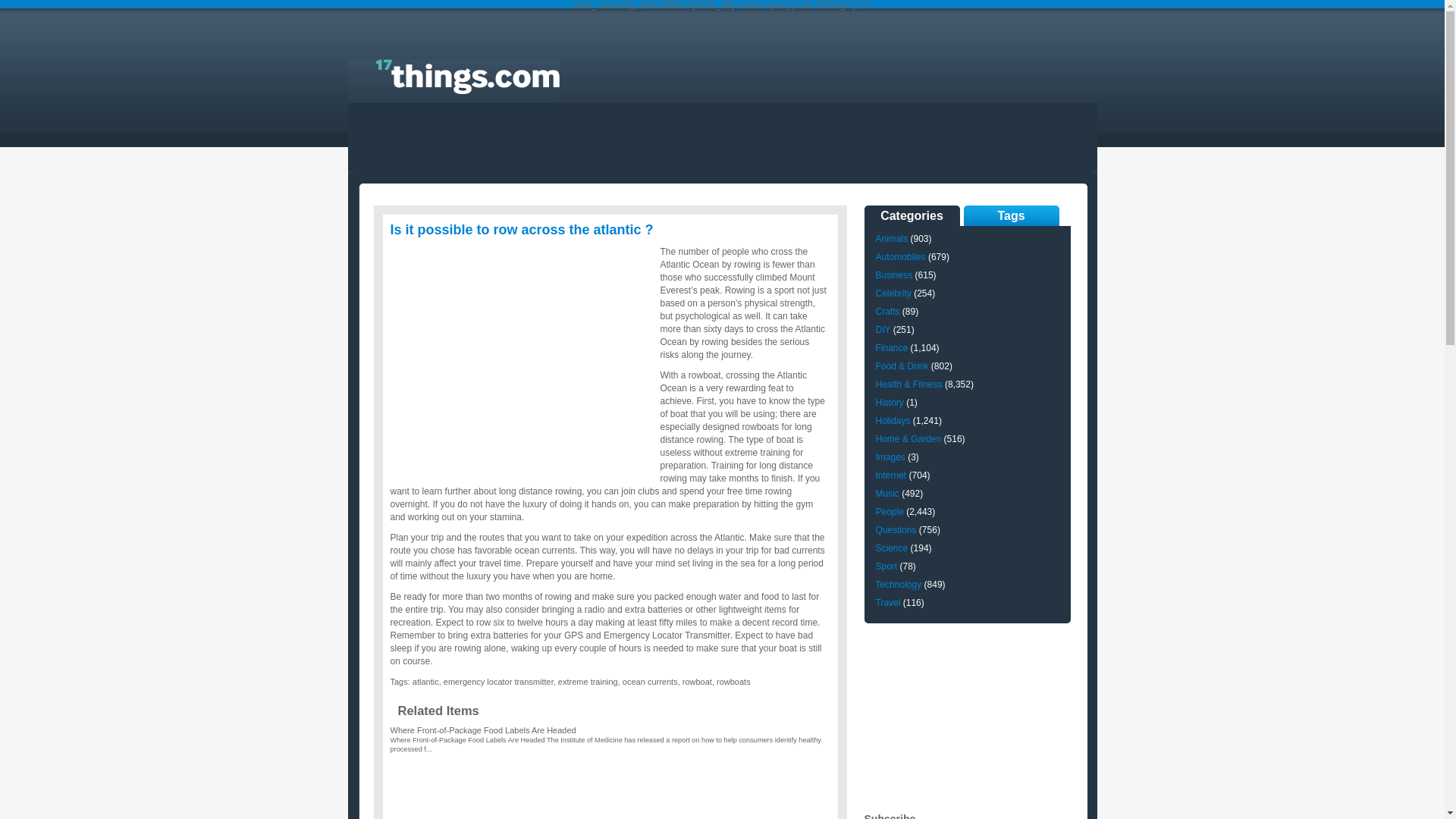 This screenshot has height=819, width=1456. What do you see at coordinates (886, 566) in the screenshot?
I see `'Sport'` at bounding box center [886, 566].